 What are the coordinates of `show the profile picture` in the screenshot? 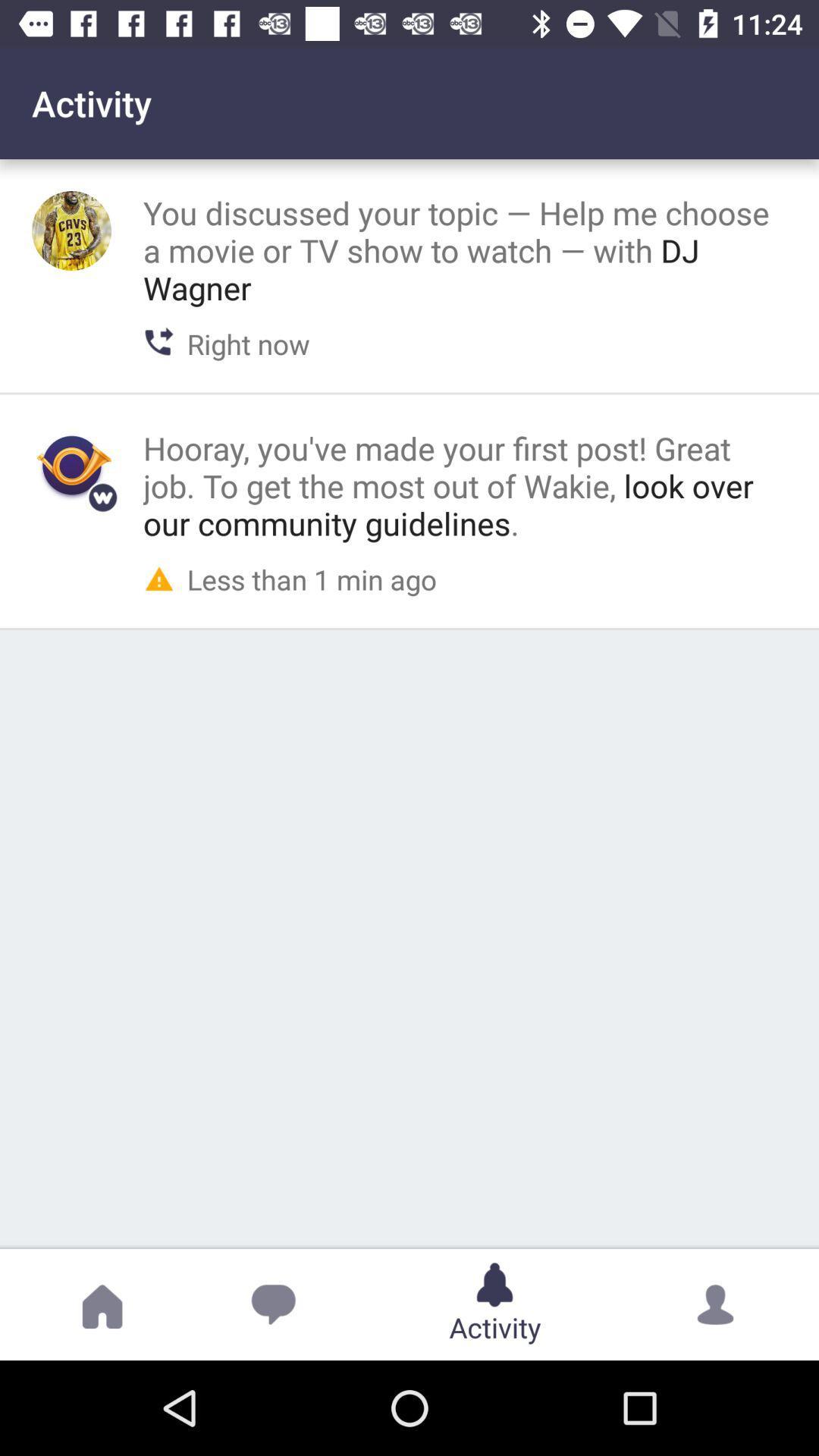 It's located at (71, 230).